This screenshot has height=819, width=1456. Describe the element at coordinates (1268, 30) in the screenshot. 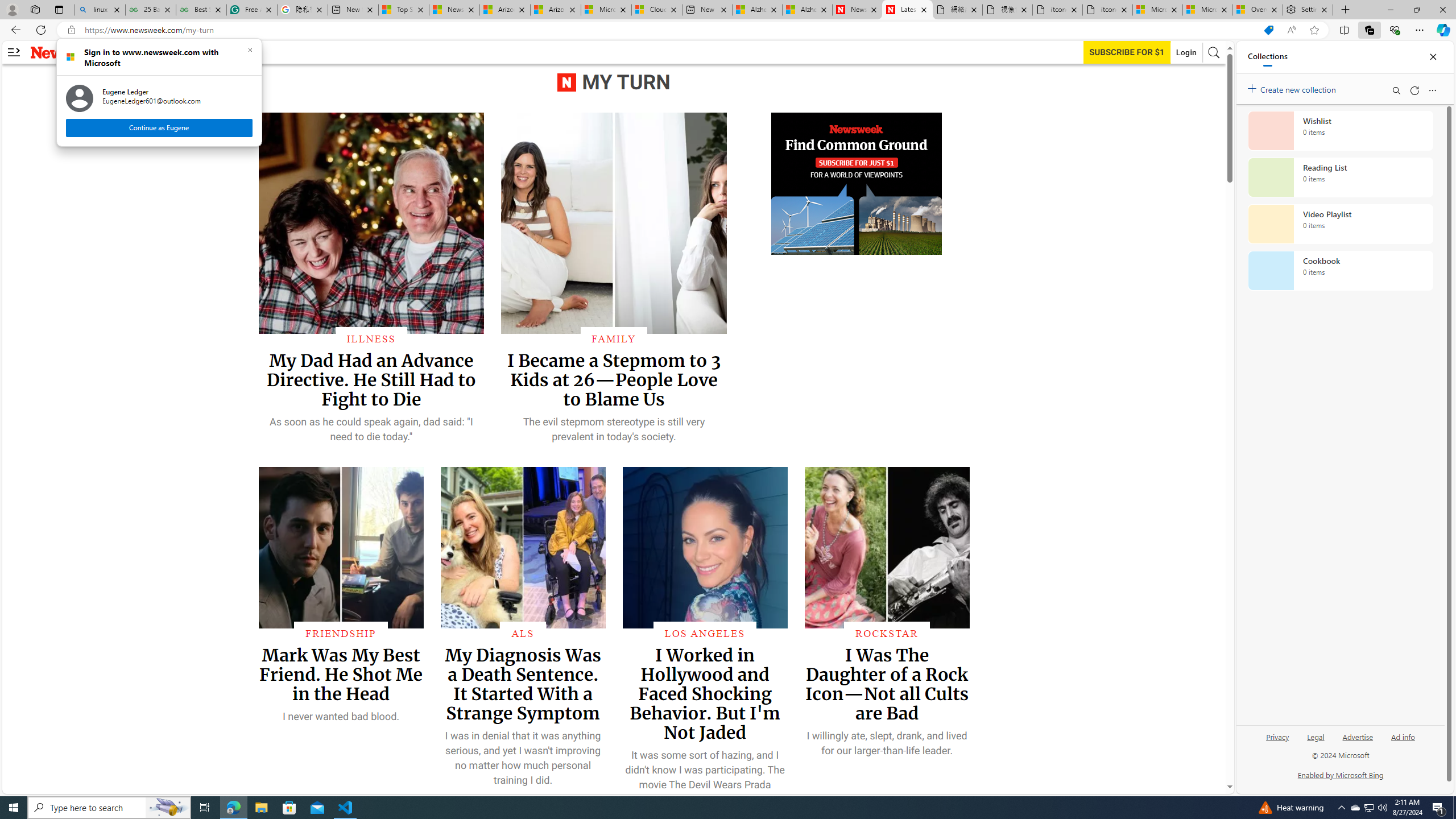

I see `'Shopping in Microsoft Edge'` at that location.